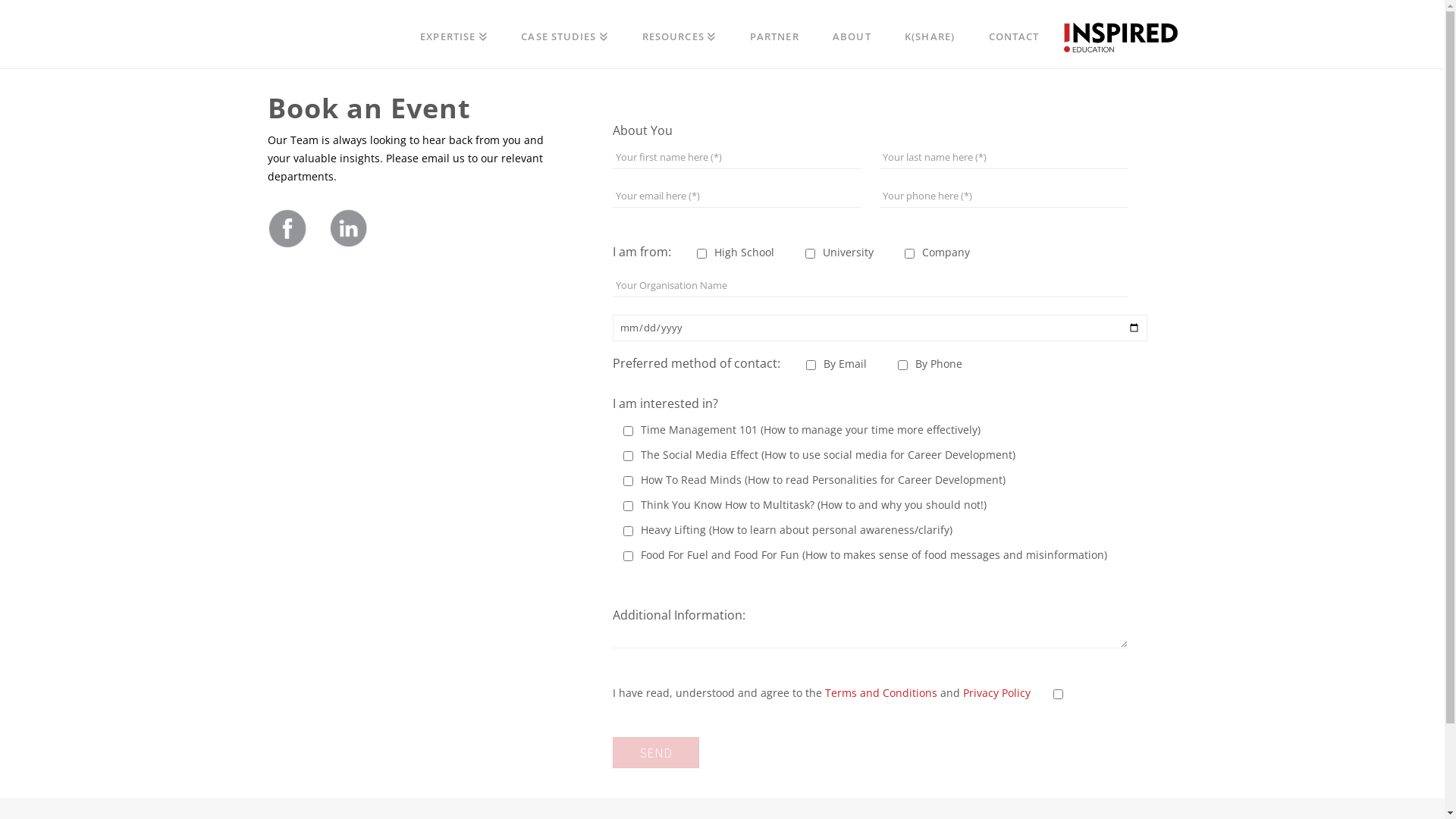 The image size is (1456, 819). What do you see at coordinates (852, 34) in the screenshot?
I see `'ABOUT'` at bounding box center [852, 34].